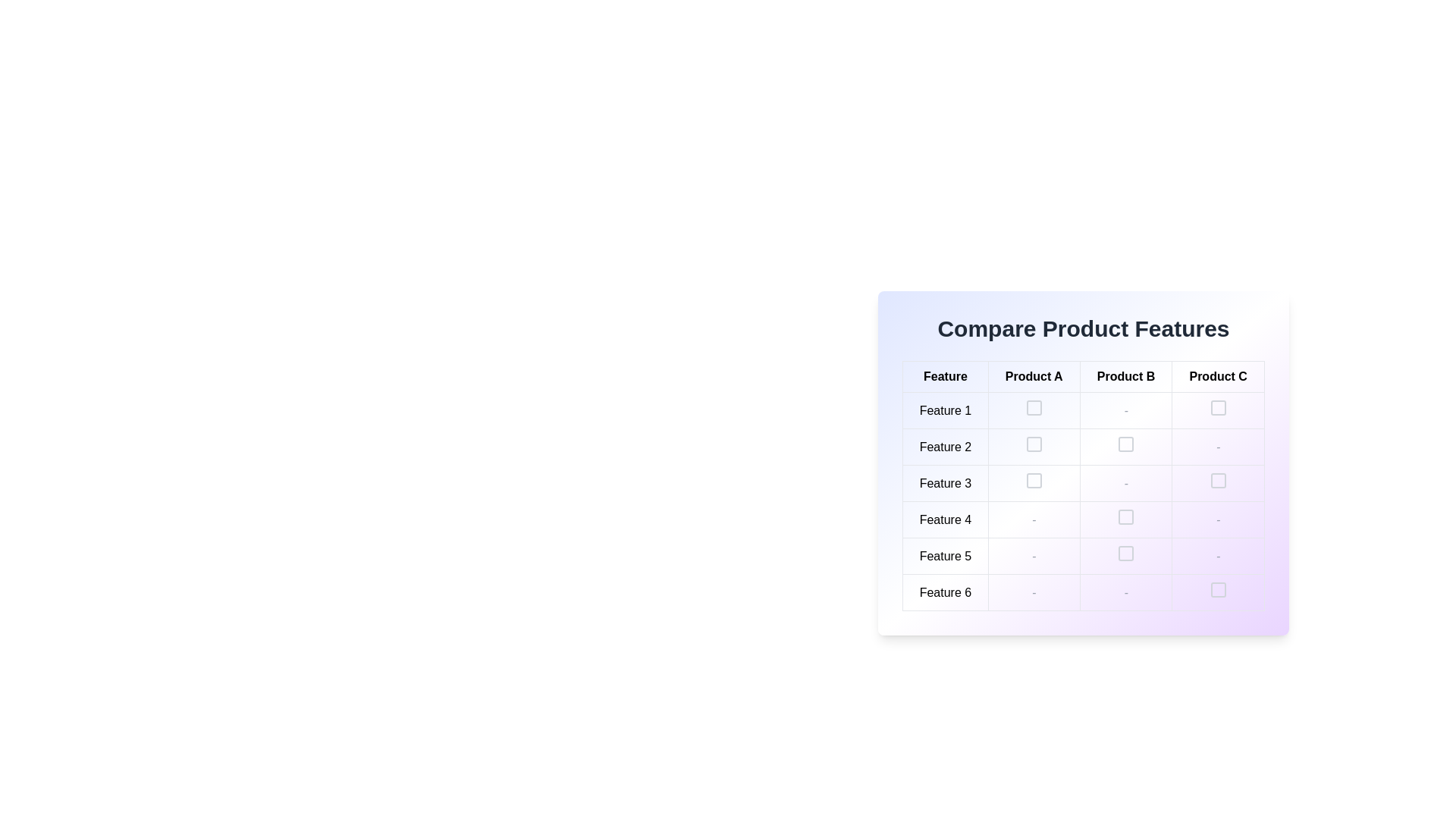 The image size is (1456, 819). Describe the element at coordinates (1033, 406) in the screenshot. I see `the checkbox for 'Product A' under 'Feature 1' in the 'Compare Product Features' table to interact via keyboard` at that location.